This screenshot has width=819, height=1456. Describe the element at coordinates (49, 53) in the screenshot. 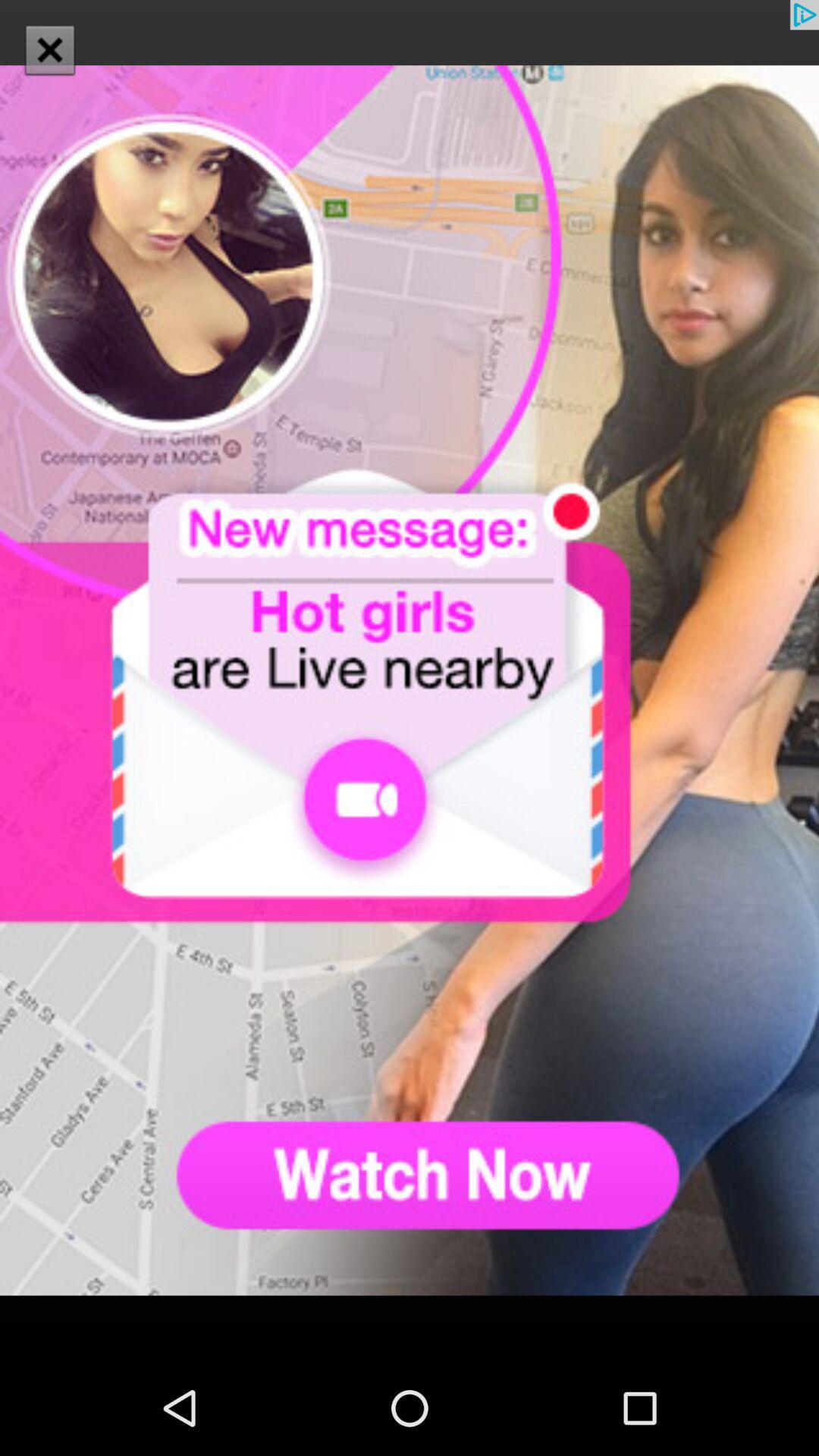

I see `the close icon` at that location.